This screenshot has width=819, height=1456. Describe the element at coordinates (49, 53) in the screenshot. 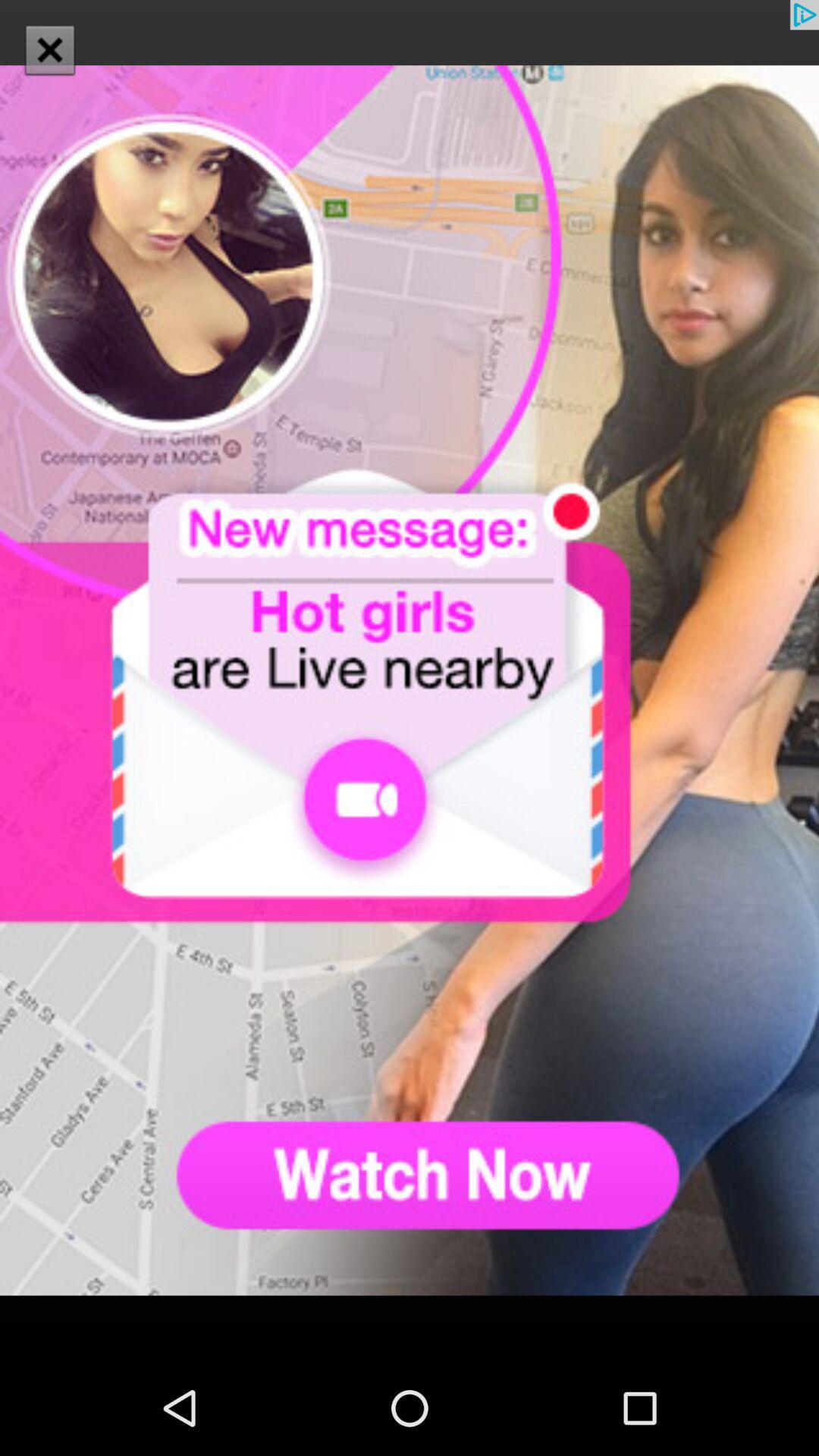

I see `the close icon` at that location.